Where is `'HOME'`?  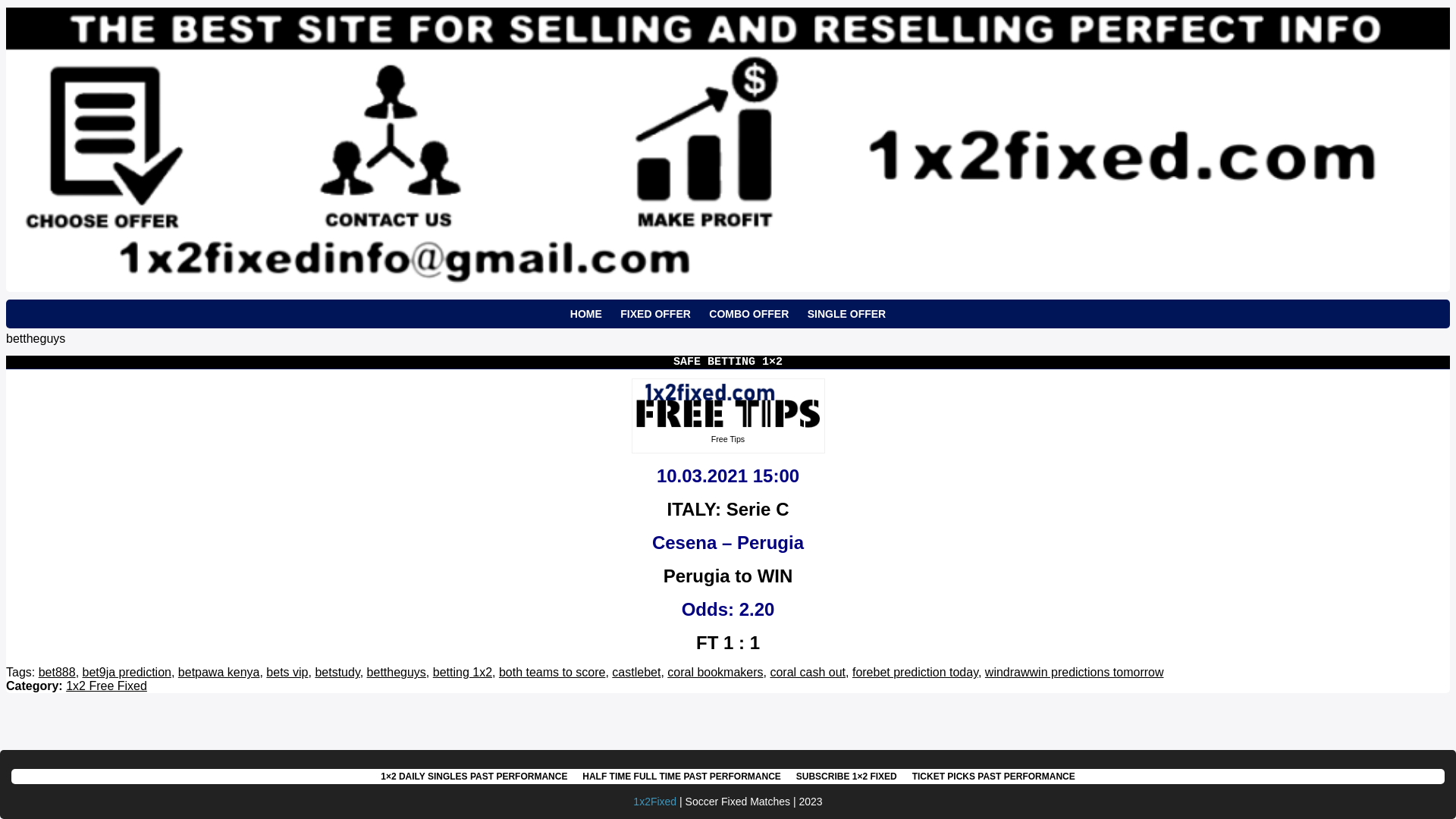
'HOME' is located at coordinates (585, 312).